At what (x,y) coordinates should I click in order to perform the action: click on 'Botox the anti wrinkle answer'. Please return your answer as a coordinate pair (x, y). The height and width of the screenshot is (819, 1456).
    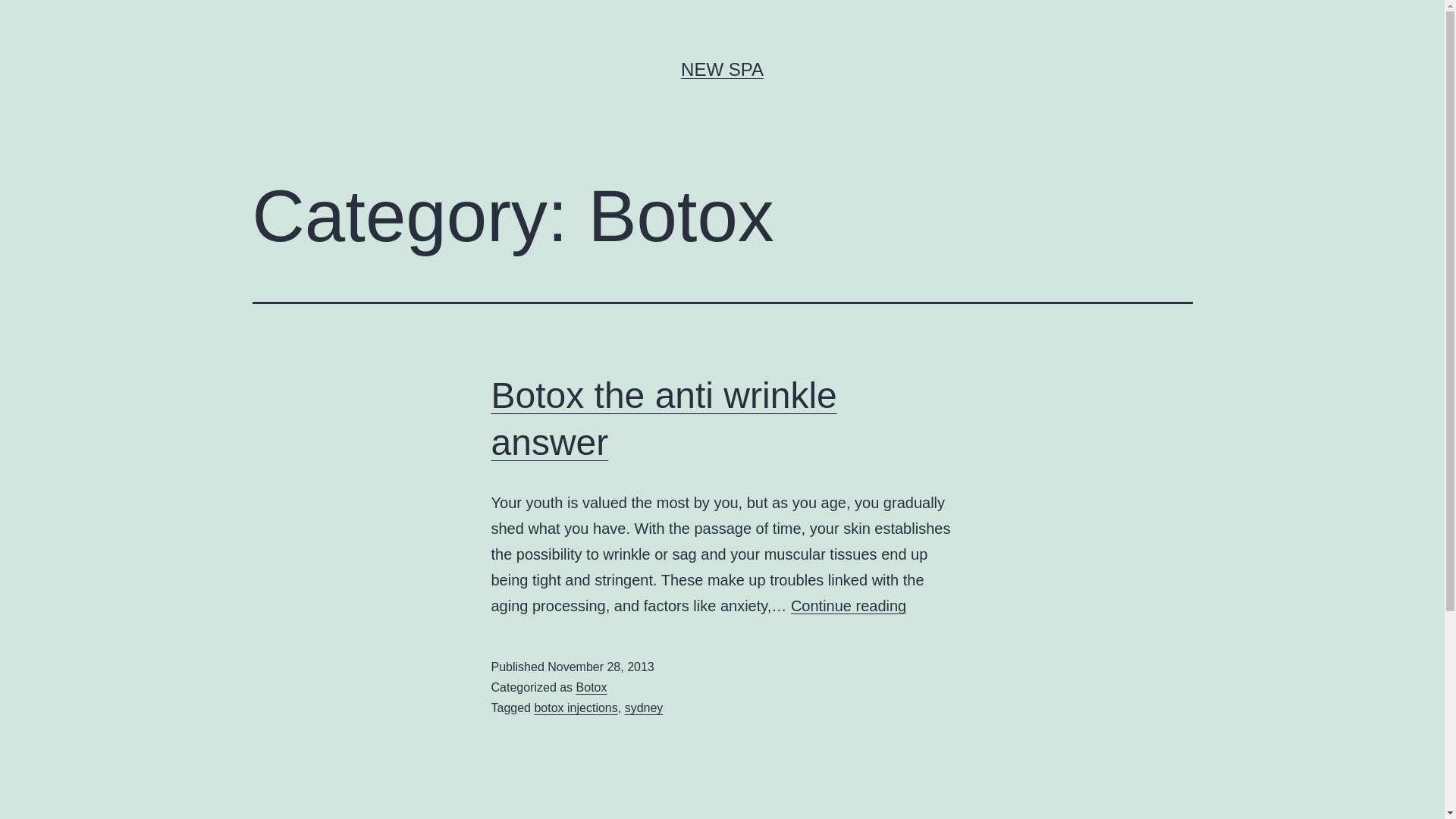
    Looking at the image, I should click on (491, 419).